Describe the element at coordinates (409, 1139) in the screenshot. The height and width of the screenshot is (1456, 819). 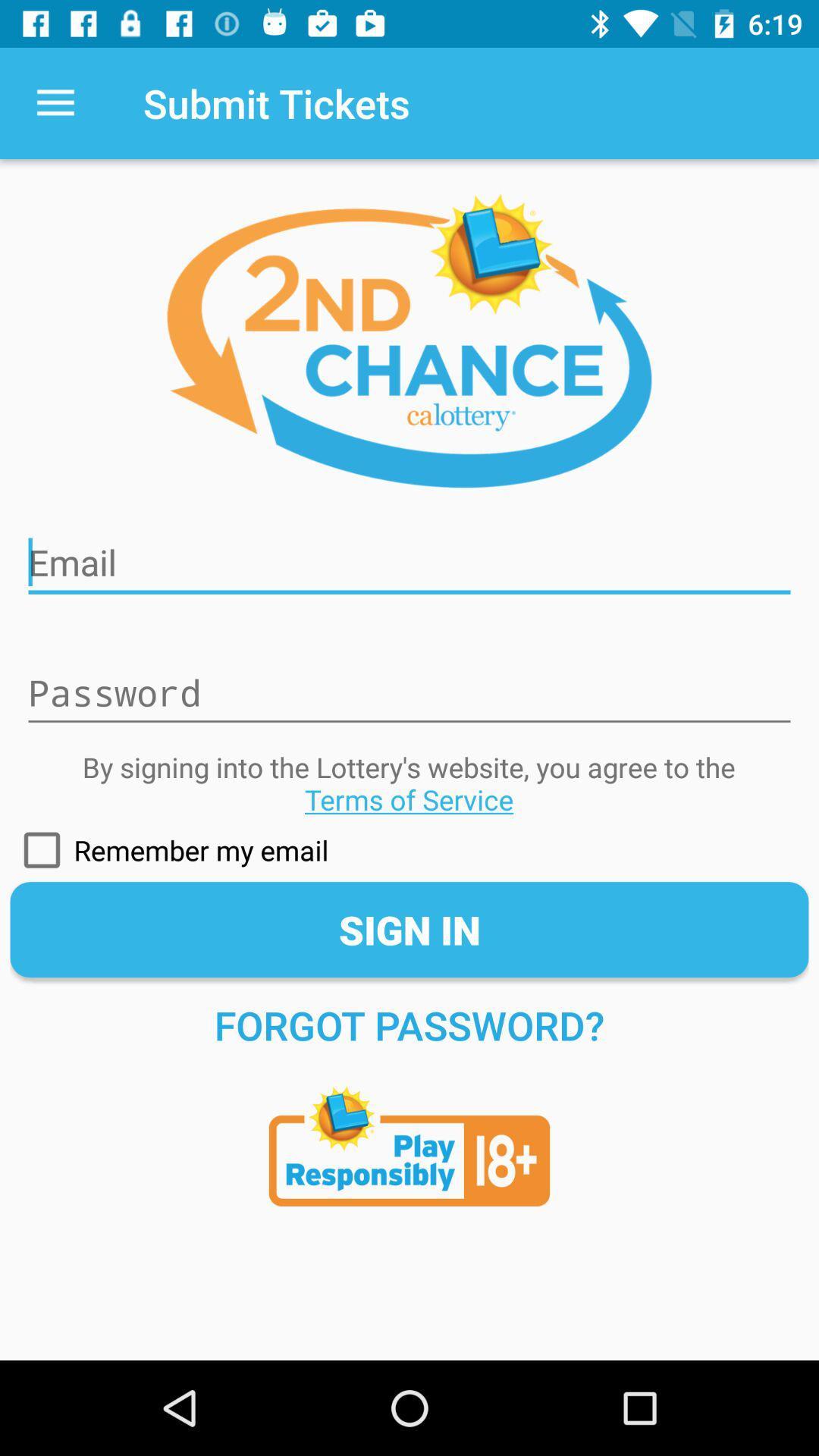
I see `terms of age` at that location.